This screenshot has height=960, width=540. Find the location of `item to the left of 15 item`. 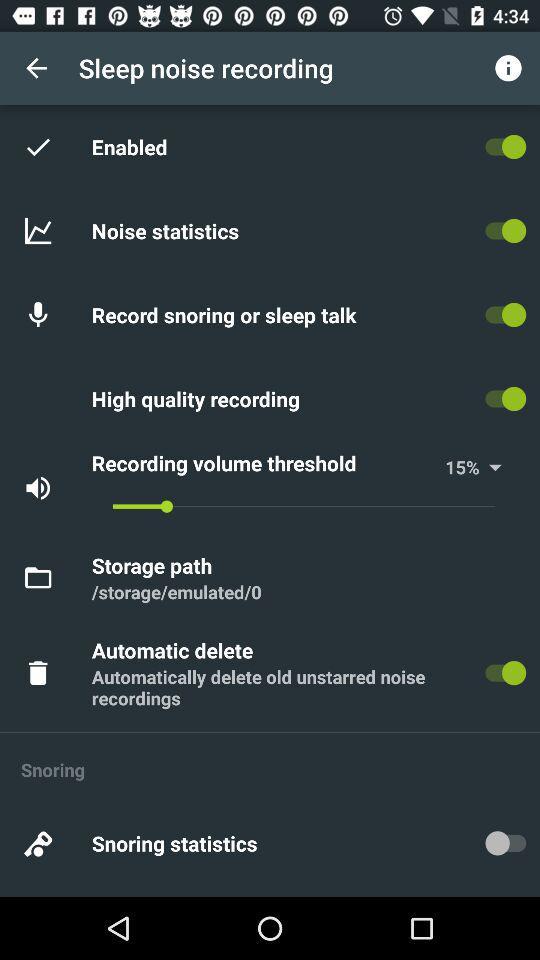

item to the left of 15 item is located at coordinates (265, 463).